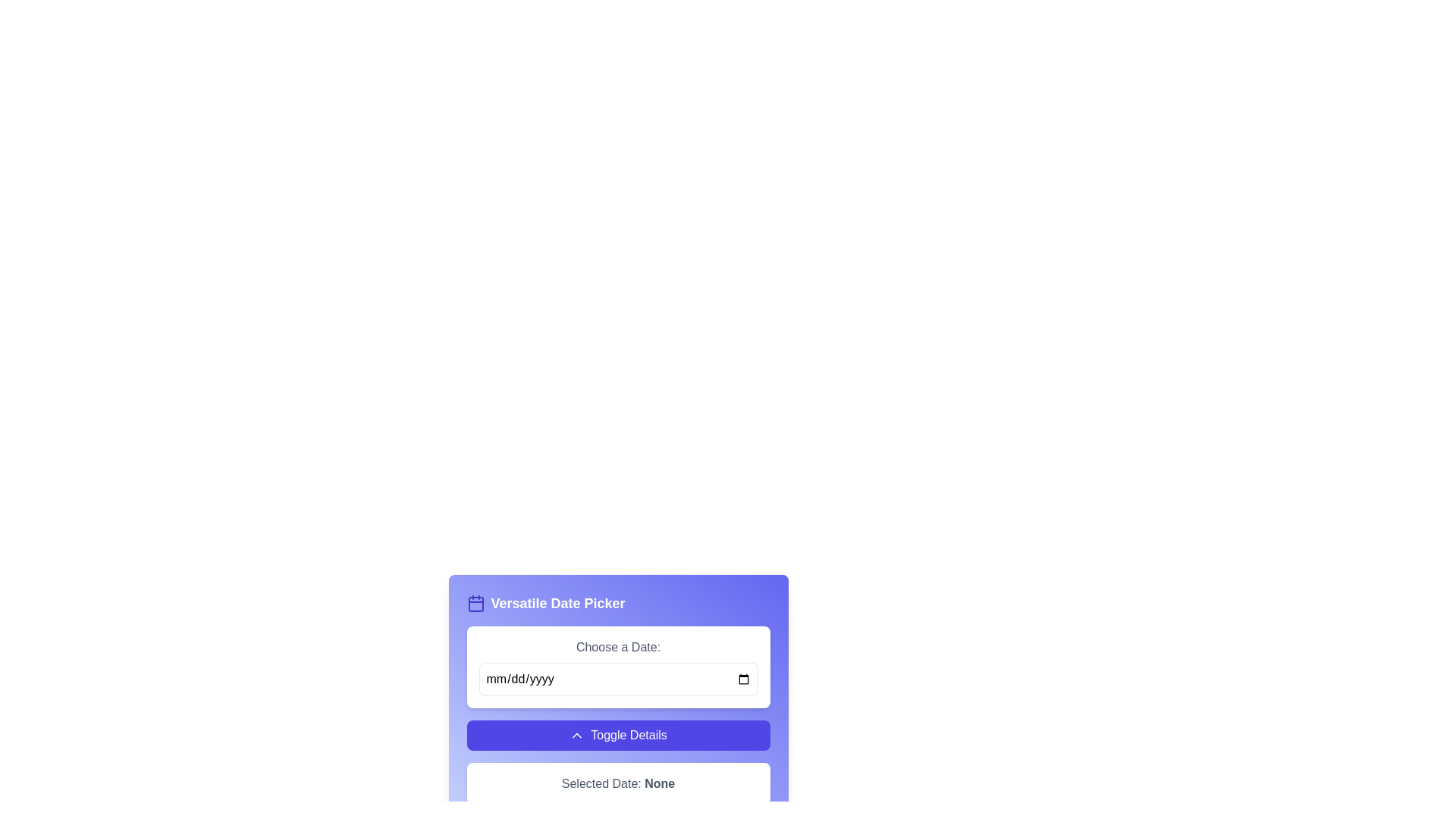 The width and height of the screenshot is (1456, 819). I want to click on the decorative element with a light purple rectangular shape that is part of the calendar icon located in the top-left corner of the 'Versatile Date Picker' section, so click(475, 604).